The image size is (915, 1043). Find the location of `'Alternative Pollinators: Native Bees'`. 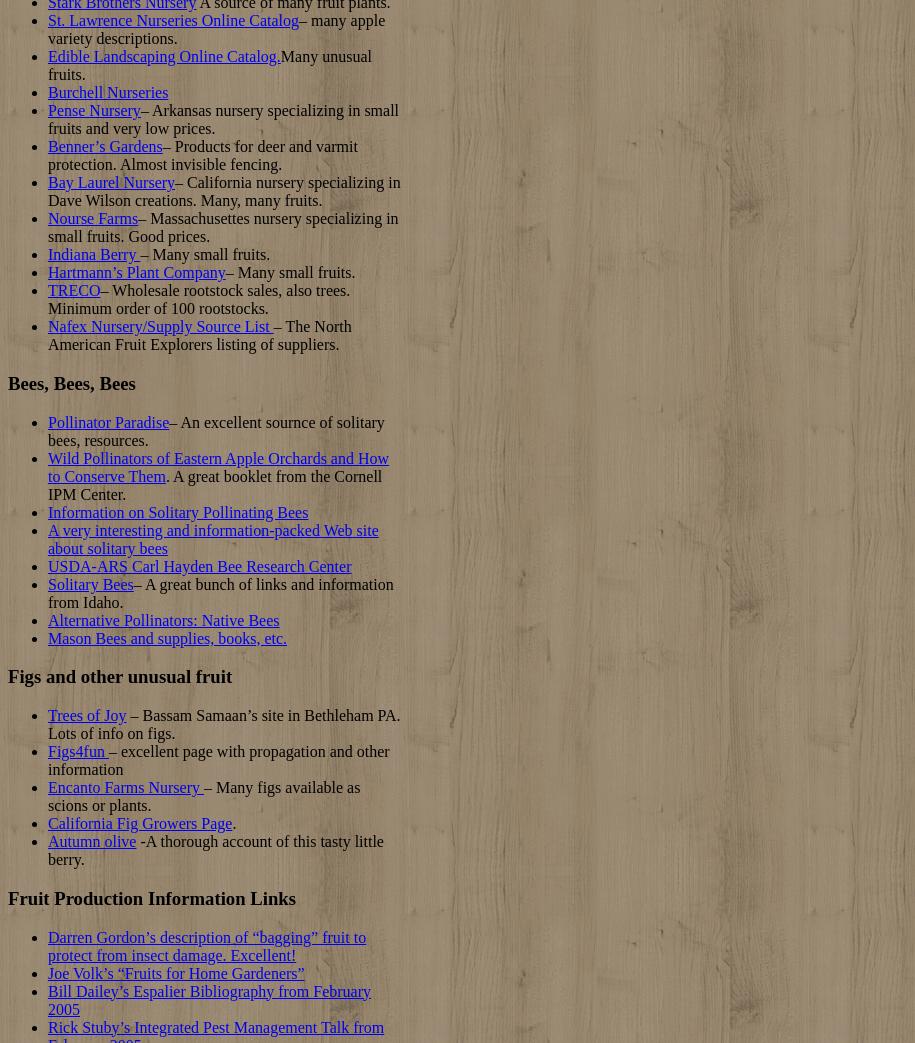

'Alternative Pollinators: Native Bees' is located at coordinates (162, 618).